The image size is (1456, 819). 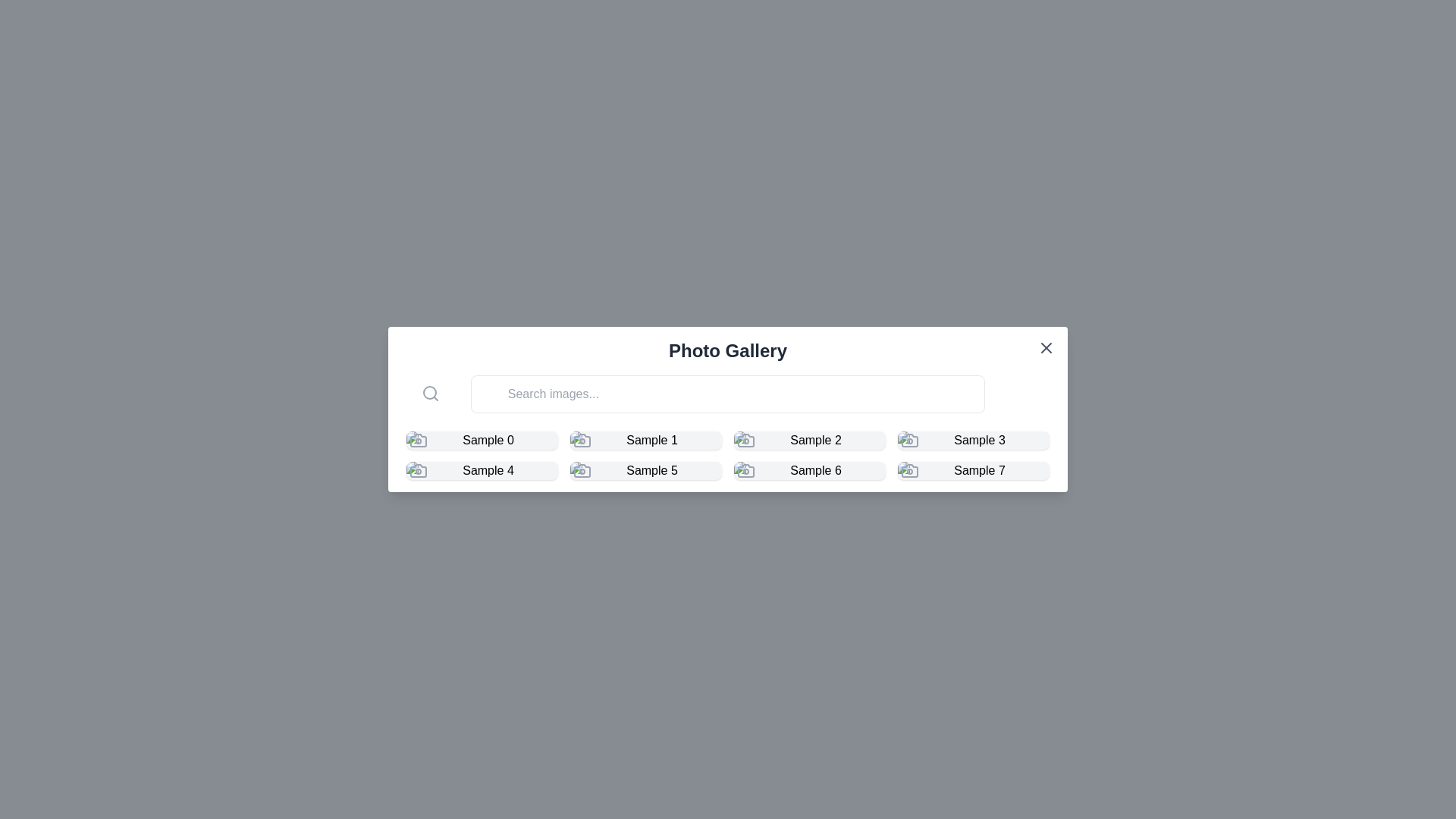 What do you see at coordinates (745, 441) in the screenshot?
I see `the icon located on the third thumbnail in the first row of images, which serves as an indicator or overlay for the associated thumbnail content` at bounding box center [745, 441].